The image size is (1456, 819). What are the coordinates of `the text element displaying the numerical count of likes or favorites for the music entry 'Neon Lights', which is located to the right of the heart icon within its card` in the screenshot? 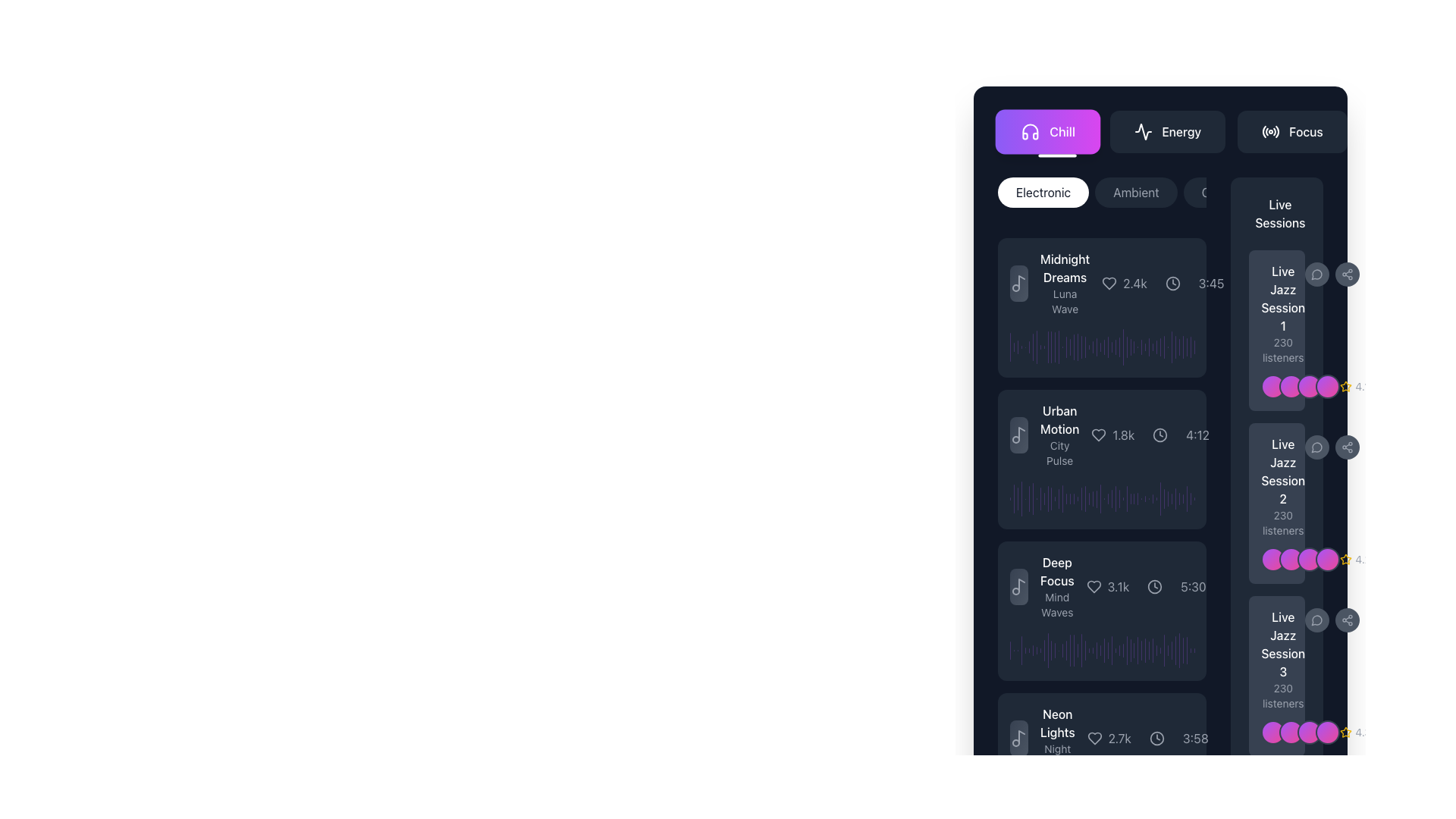 It's located at (1119, 738).